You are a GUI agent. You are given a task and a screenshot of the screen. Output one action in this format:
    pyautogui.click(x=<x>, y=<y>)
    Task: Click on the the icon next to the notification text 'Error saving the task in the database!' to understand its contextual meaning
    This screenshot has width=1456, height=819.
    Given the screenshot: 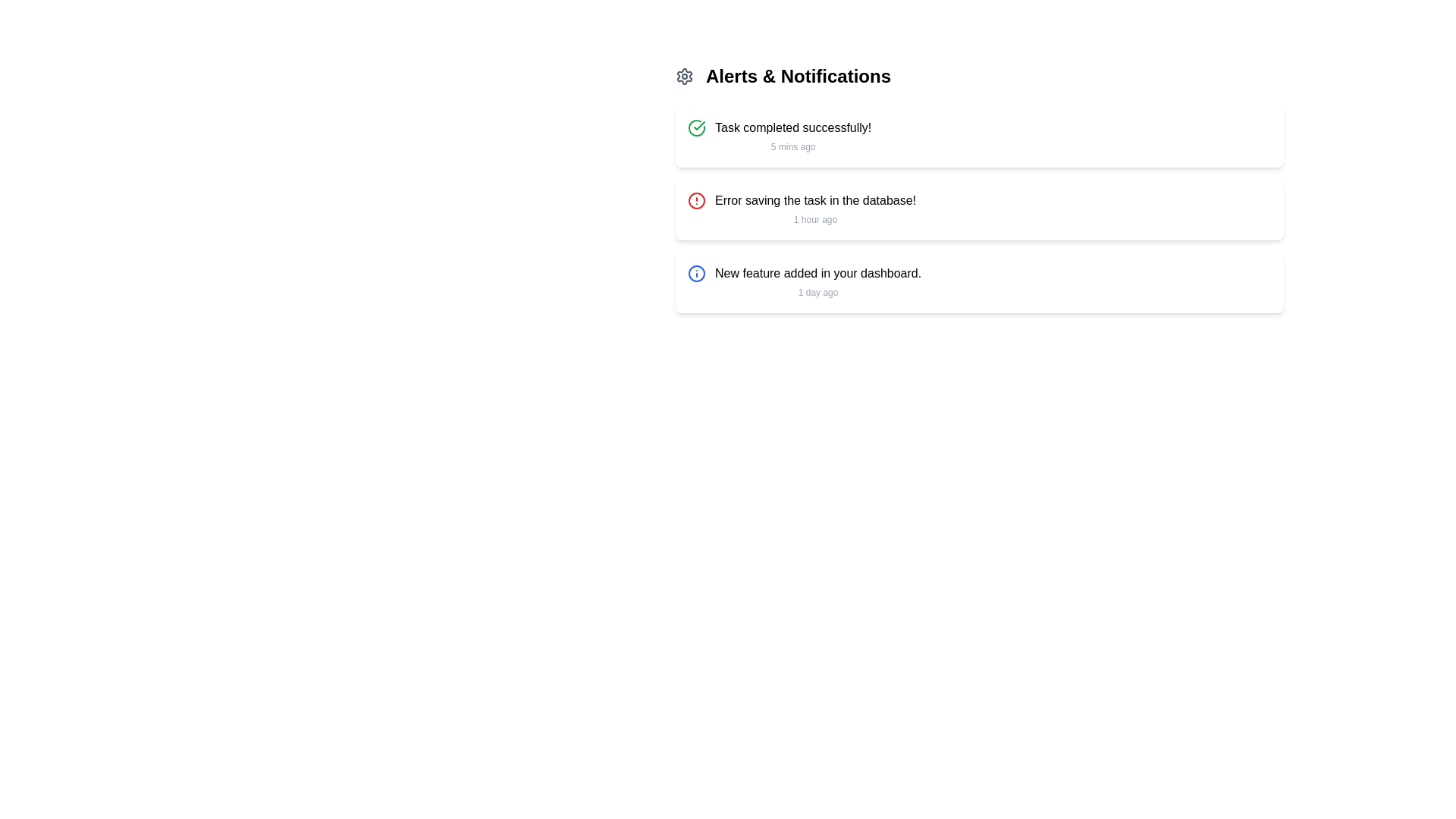 What is the action you would take?
    pyautogui.click(x=695, y=200)
    